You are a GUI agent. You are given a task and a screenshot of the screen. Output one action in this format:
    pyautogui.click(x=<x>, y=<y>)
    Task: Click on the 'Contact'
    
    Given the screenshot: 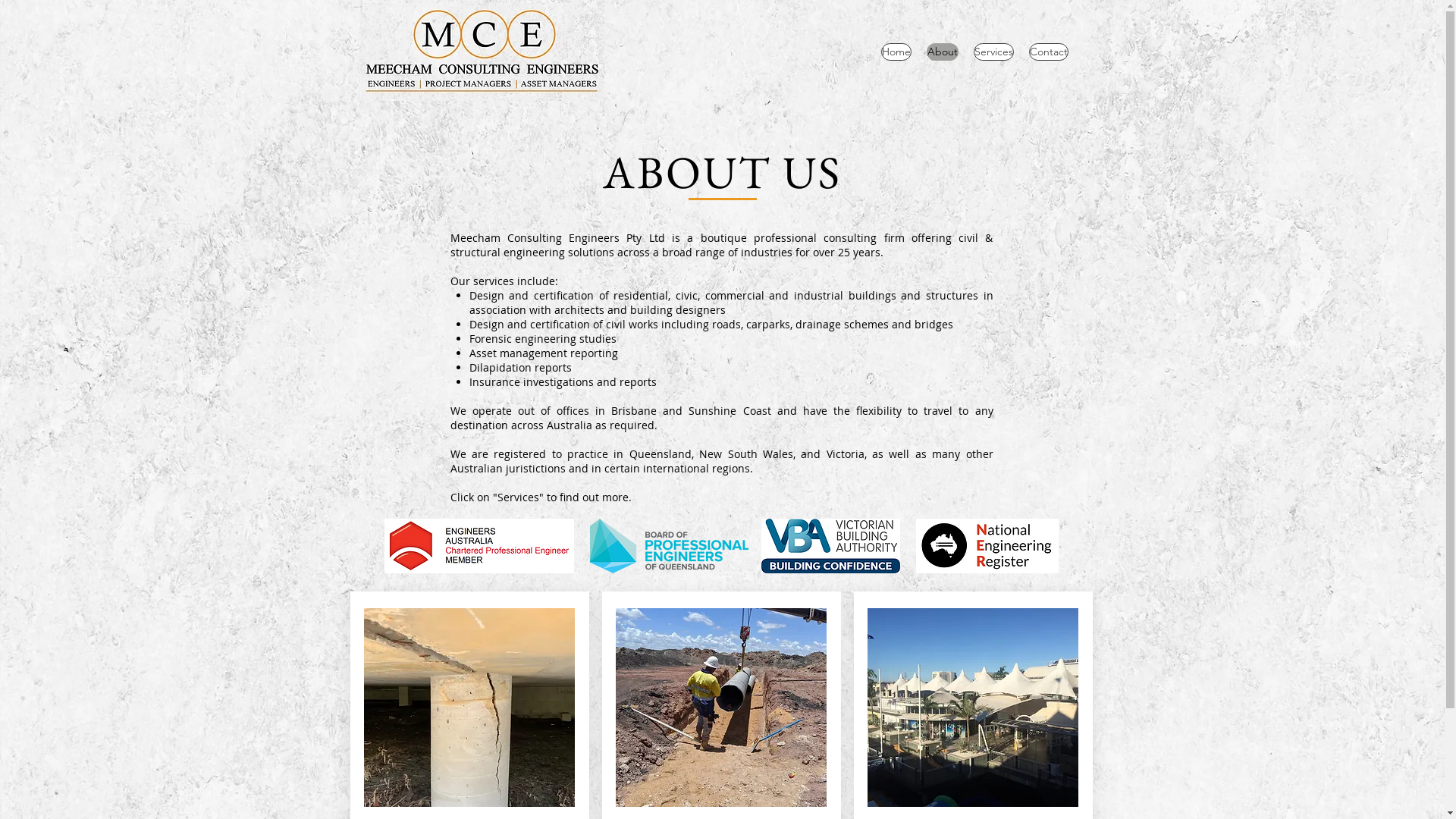 What is the action you would take?
    pyautogui.click(x=1047, y=51)
    